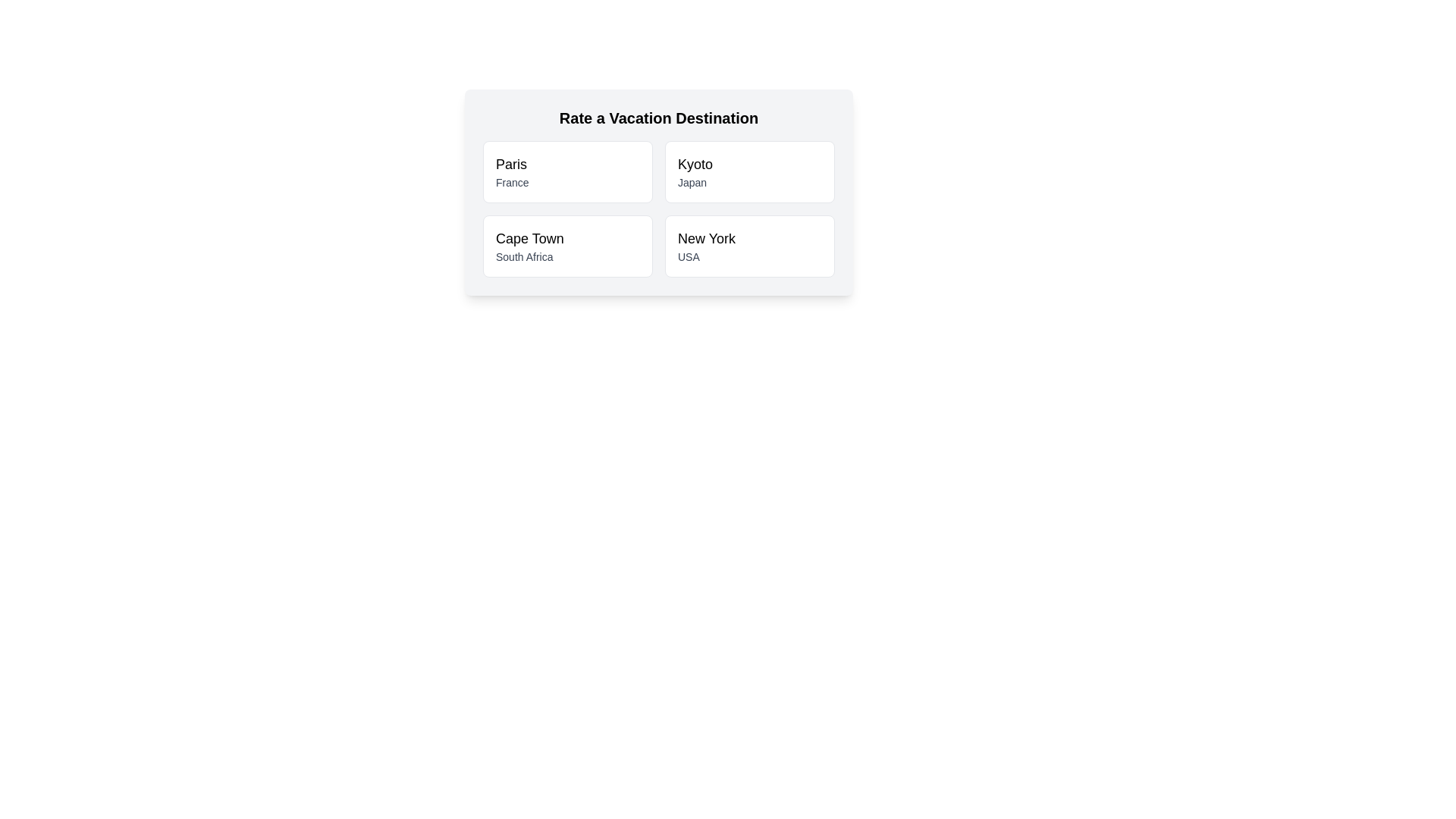  What do you see at coordinates (749, 171) in the screenshot?
I see `the 'Kyoto' card, which is a rectangular card with a white background and bordered in light gray, containing 'Kyoto' in bold and 'Japan' below it` at bounding box center [749, 171].